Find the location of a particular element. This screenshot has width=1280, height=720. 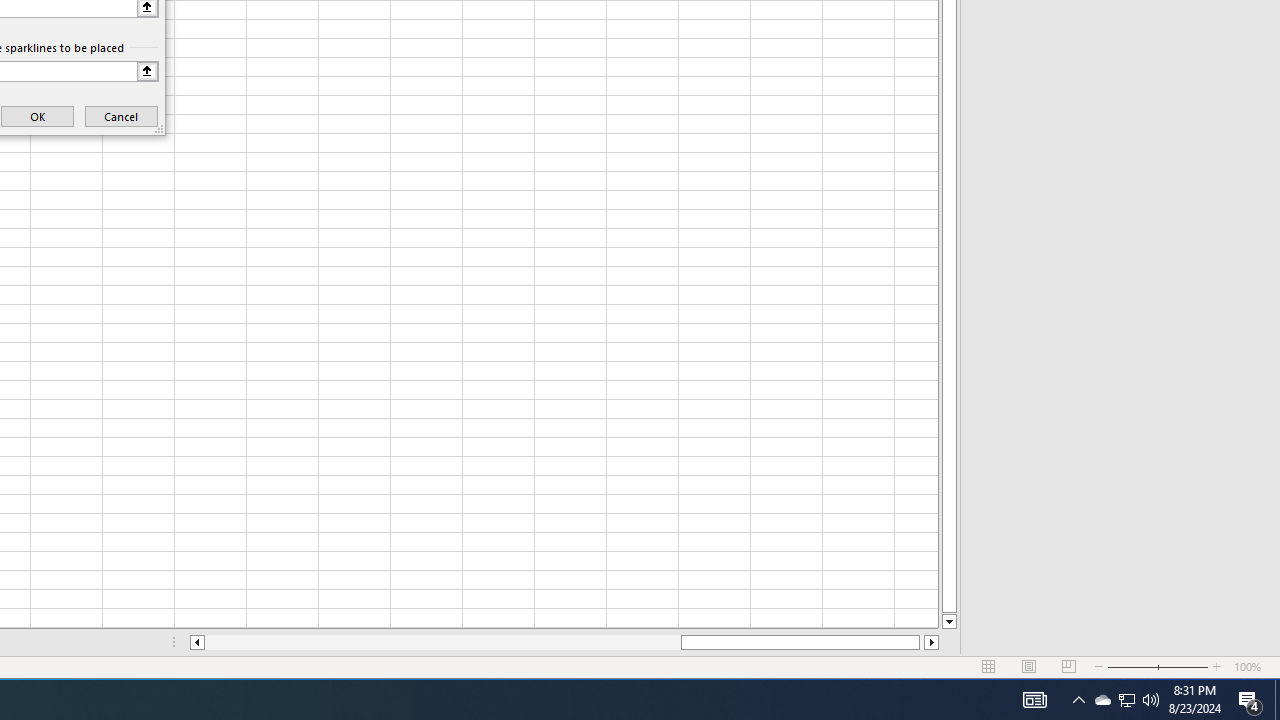

'Column right' is located at coordinates (931, 642).